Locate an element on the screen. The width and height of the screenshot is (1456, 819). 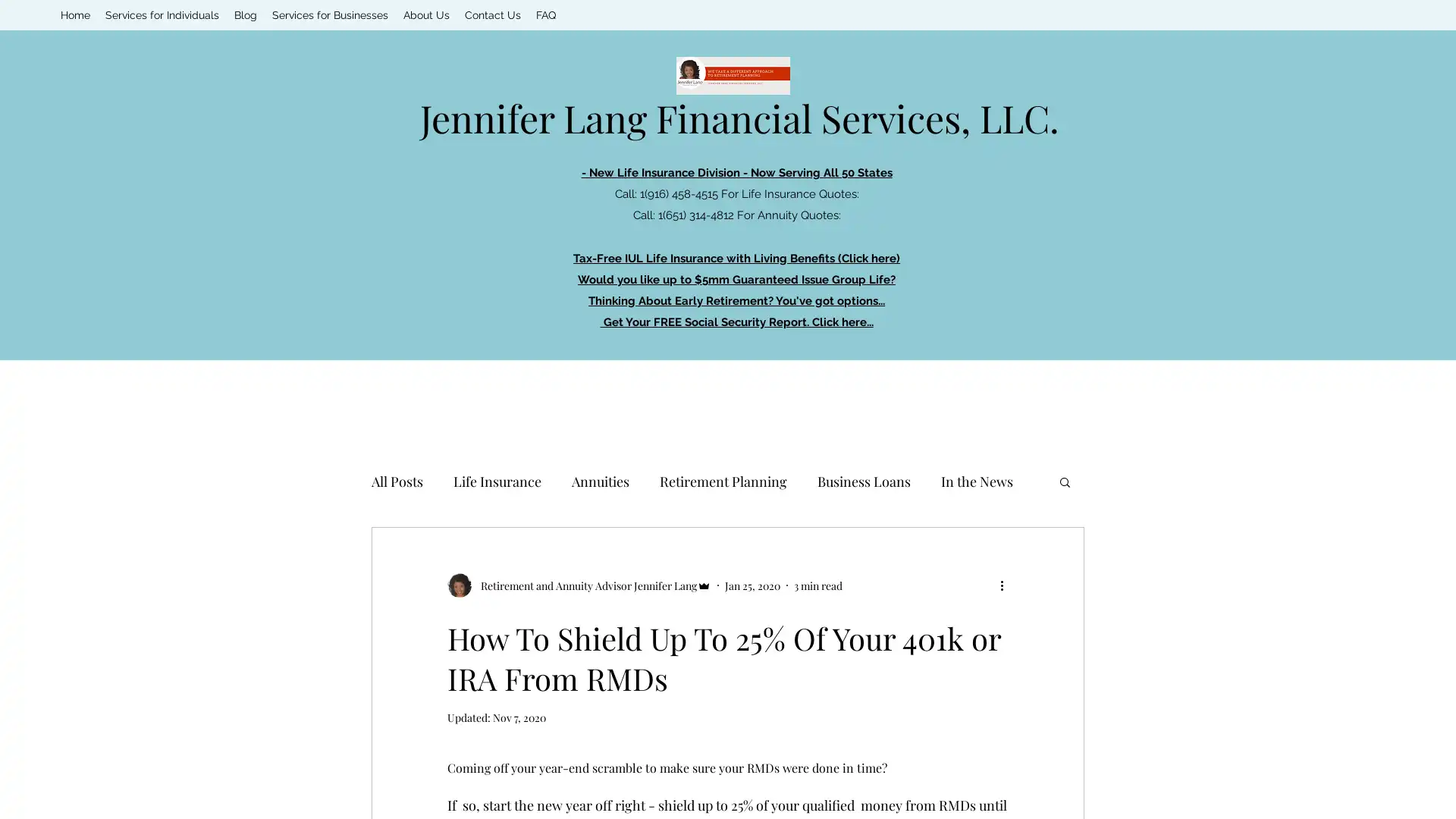
Search is located at coordinates (1064, 483).